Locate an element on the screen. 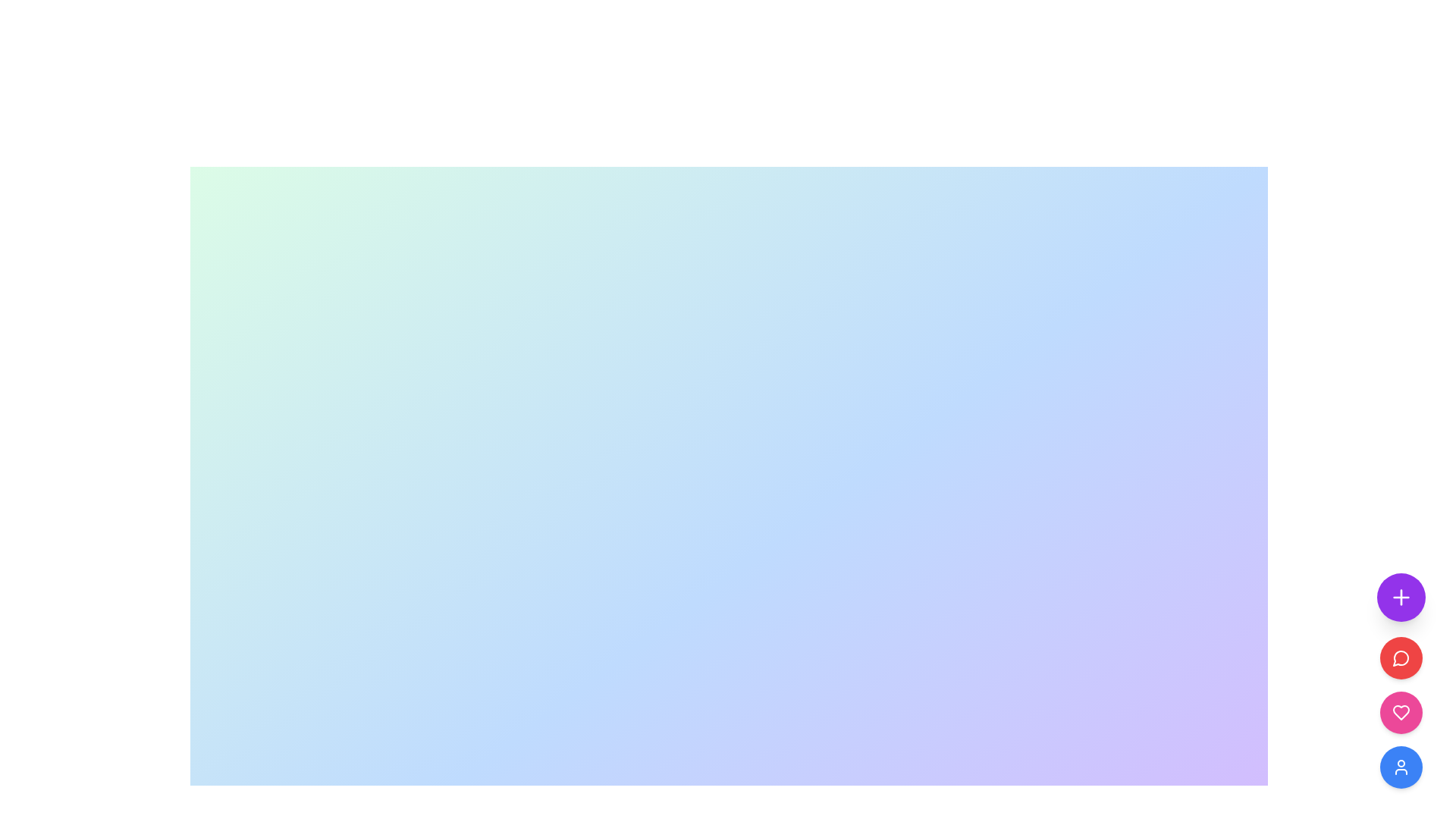  the heart-shaped icon on the right vertical toolbar, which is the third icon from the top is located at coordinates (1401, 713).